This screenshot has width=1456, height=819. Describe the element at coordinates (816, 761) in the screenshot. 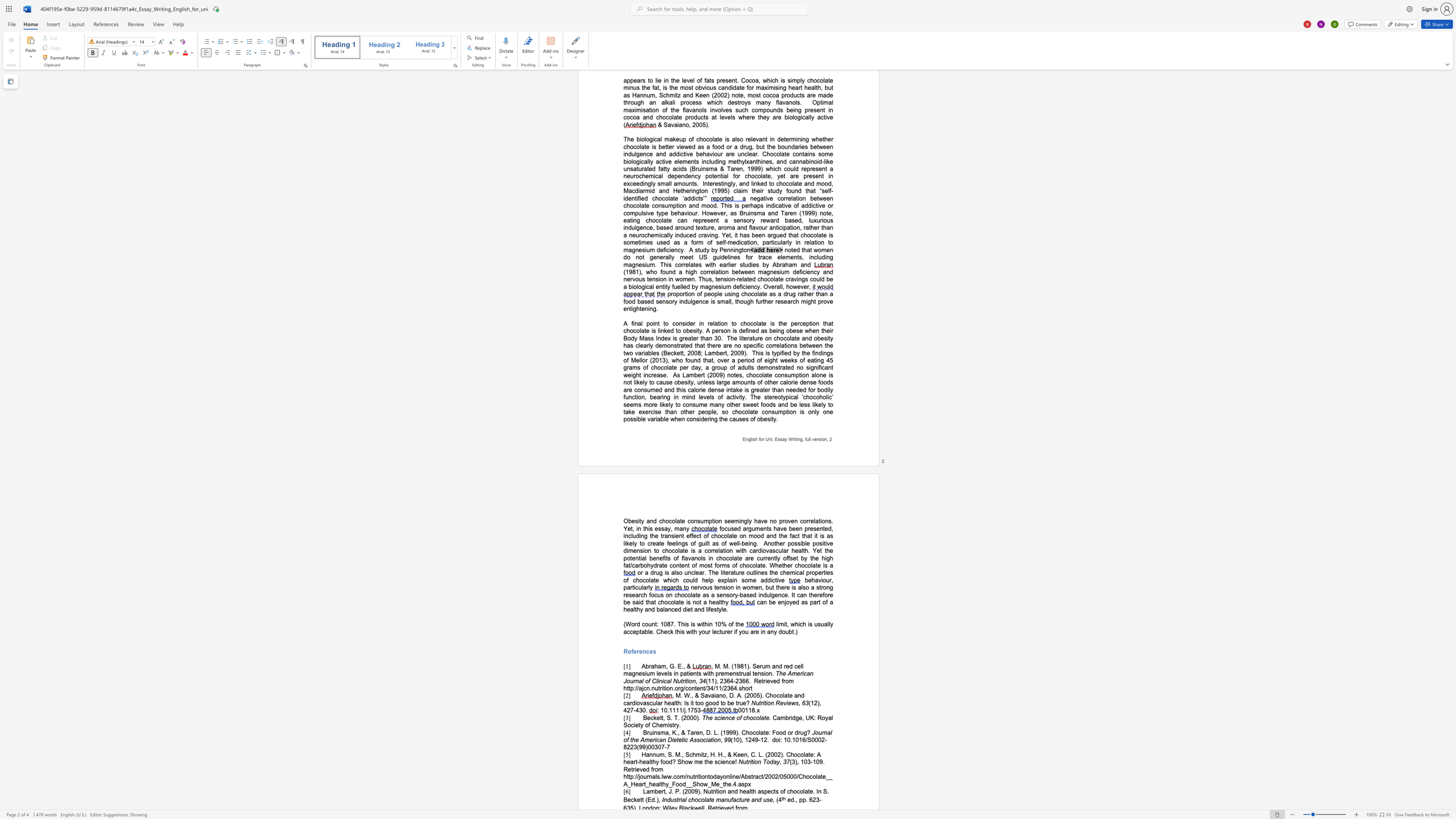

I see `the subset text "09" within the text "(3), 103-109"` at that location.